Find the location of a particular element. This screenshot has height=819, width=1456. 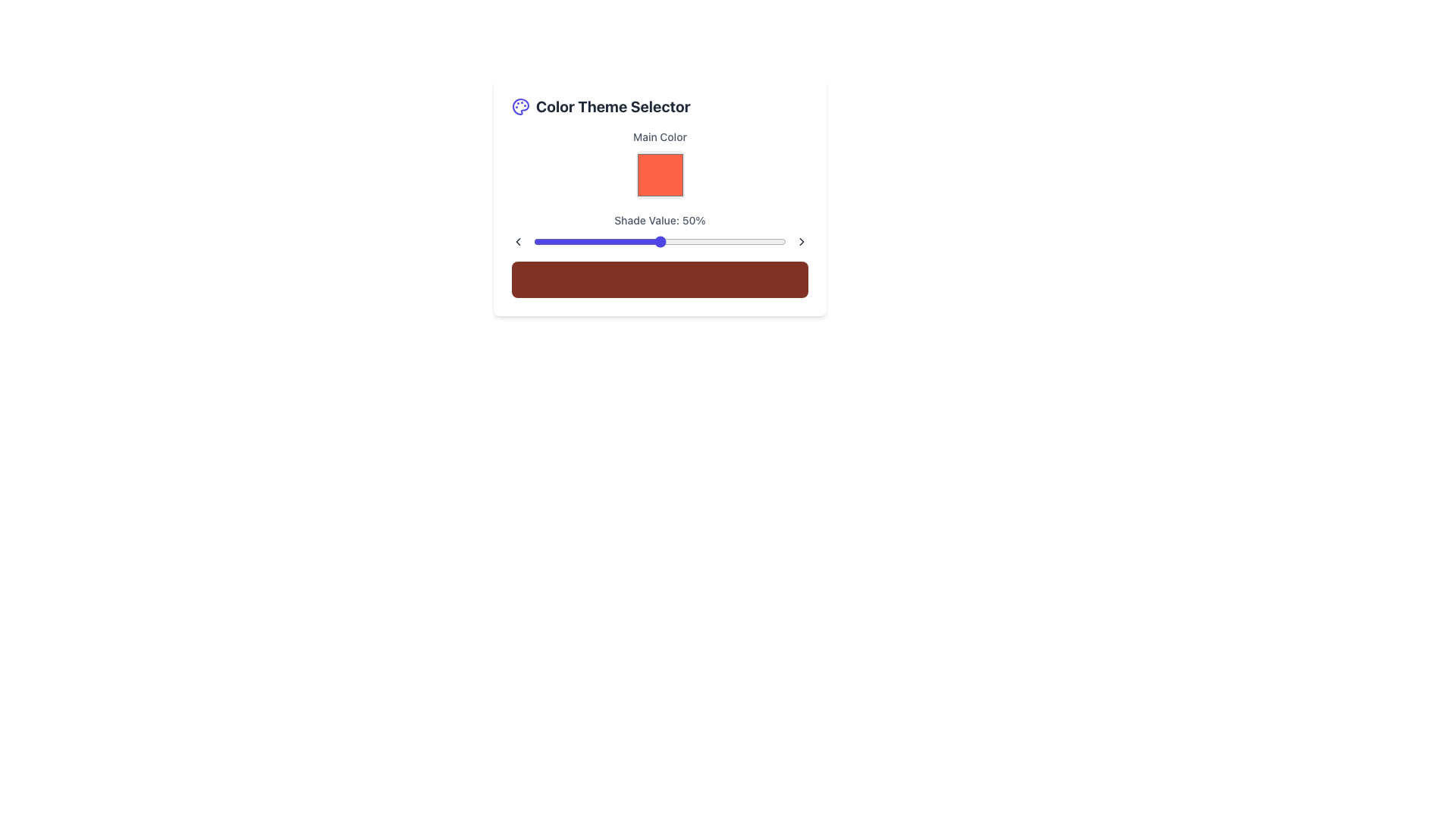

the shade value is located at coordinates (768, 241).